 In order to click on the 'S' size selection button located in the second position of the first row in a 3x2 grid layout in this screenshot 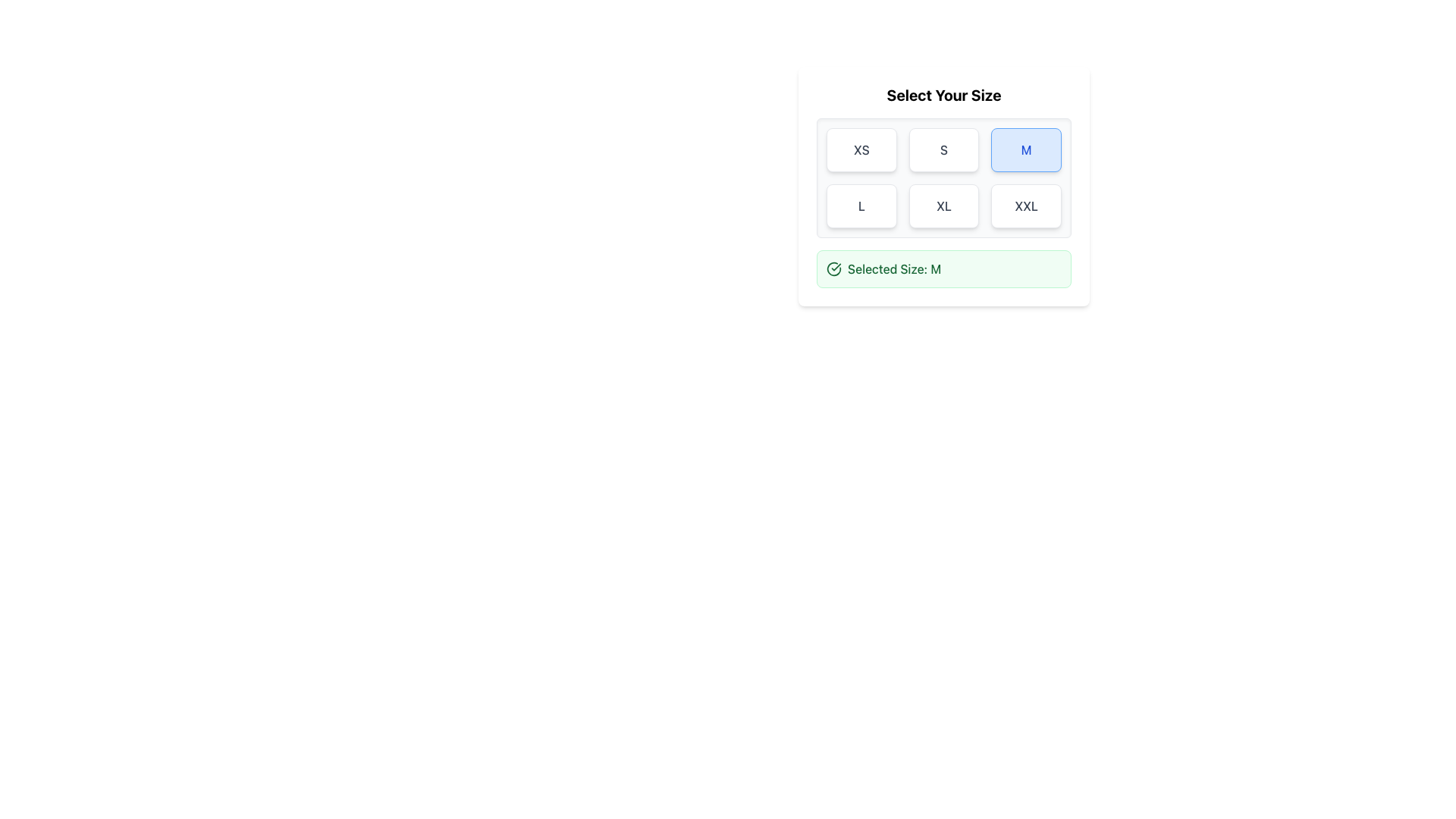, I will do `click(943, 149)`.